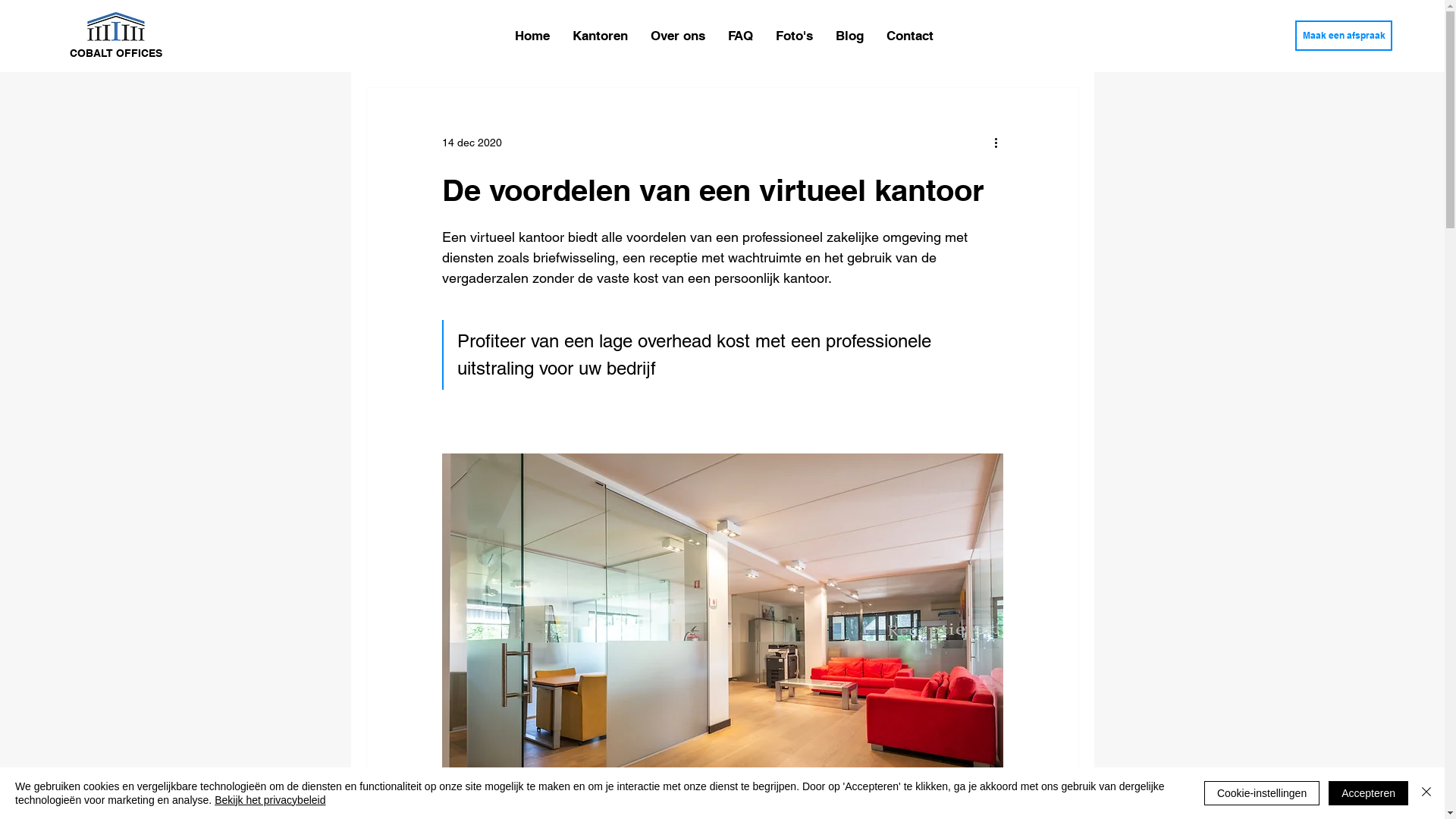  I want to click on 'Bekijk het privacybeleid', so click(269, 799).